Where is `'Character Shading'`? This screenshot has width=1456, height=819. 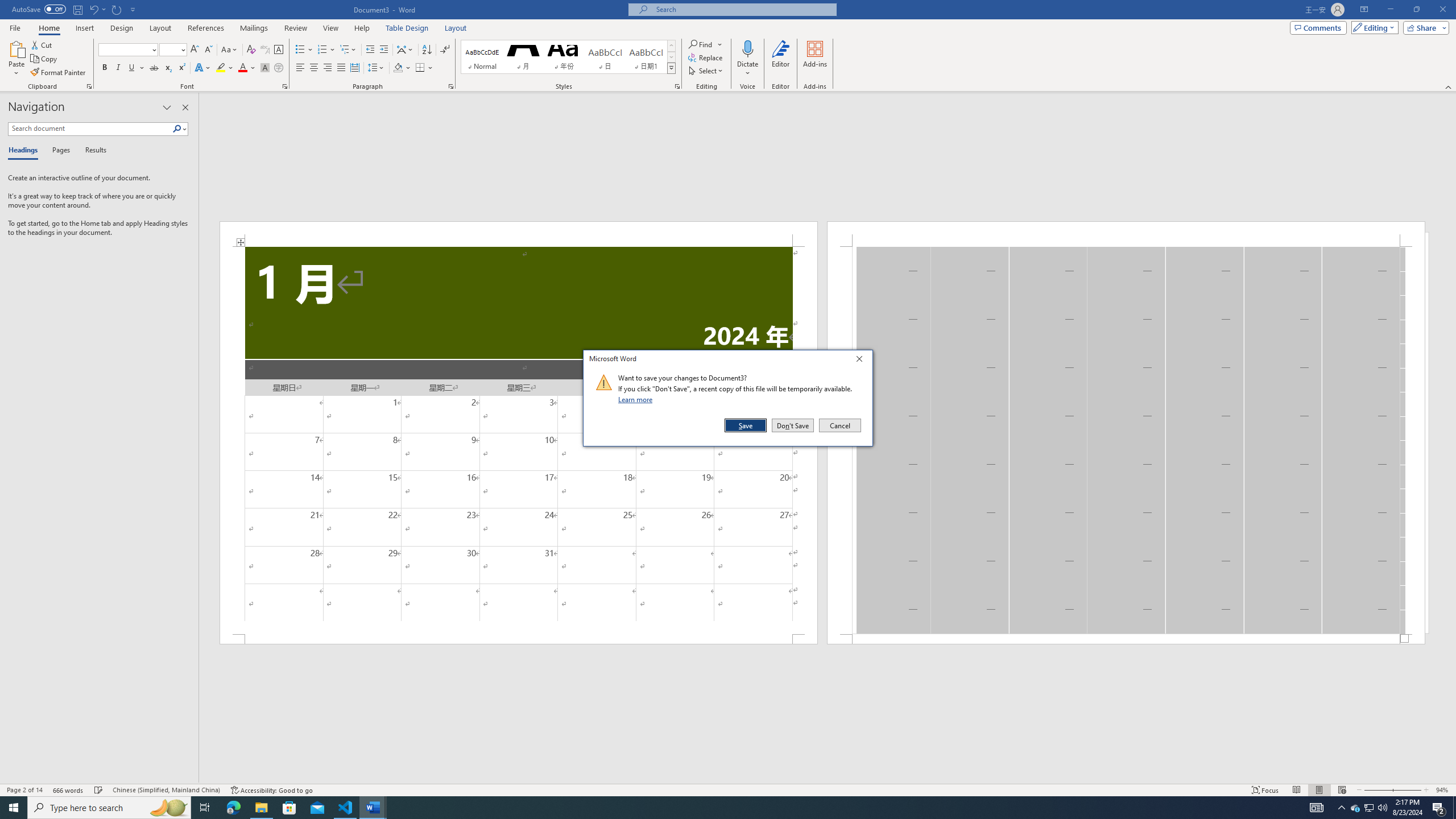 'Character Shading' is located at coordinates (264, 67).